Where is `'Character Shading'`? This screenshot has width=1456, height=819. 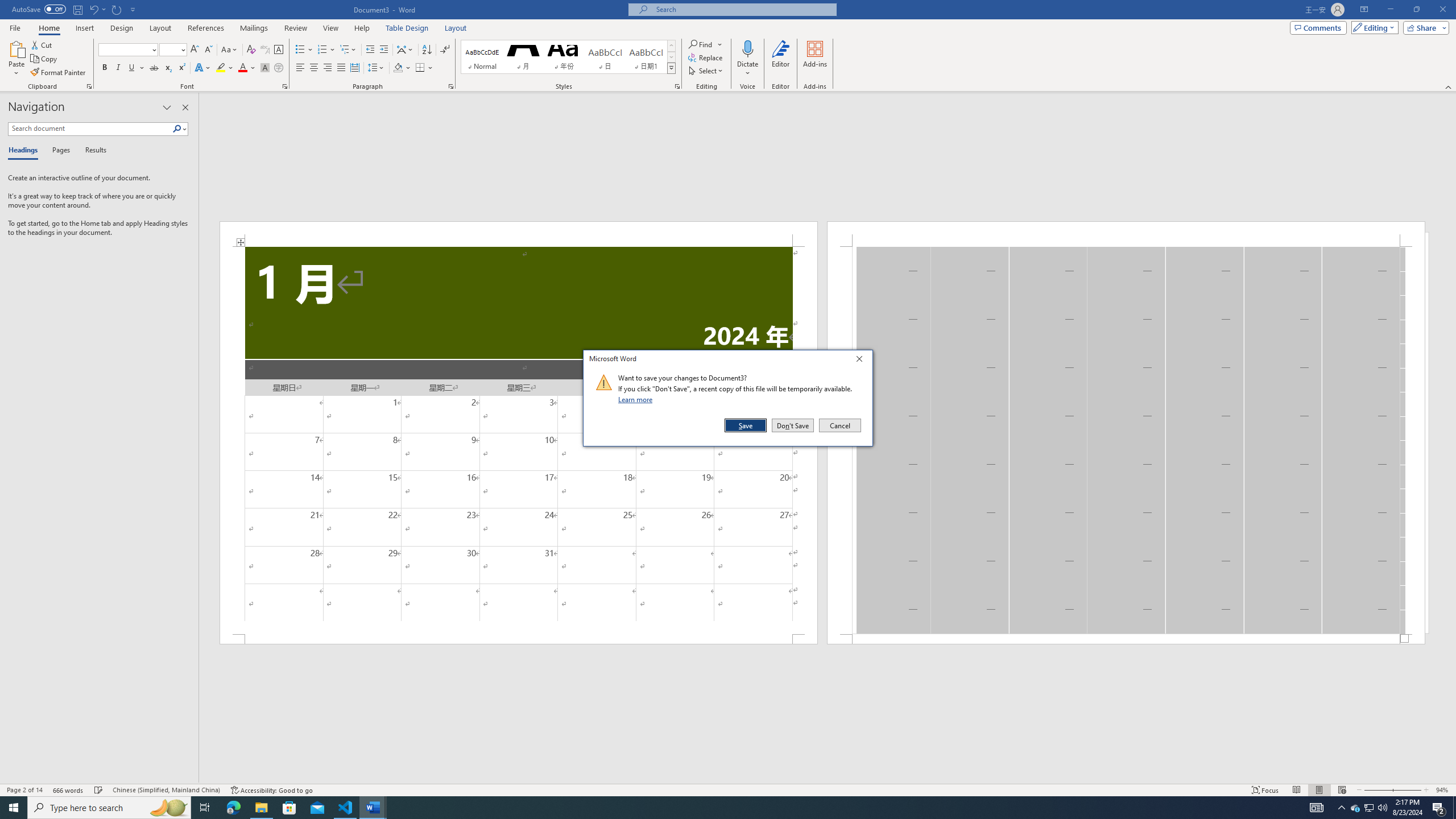 'Character Shading' is located at coordinates (264, 67).